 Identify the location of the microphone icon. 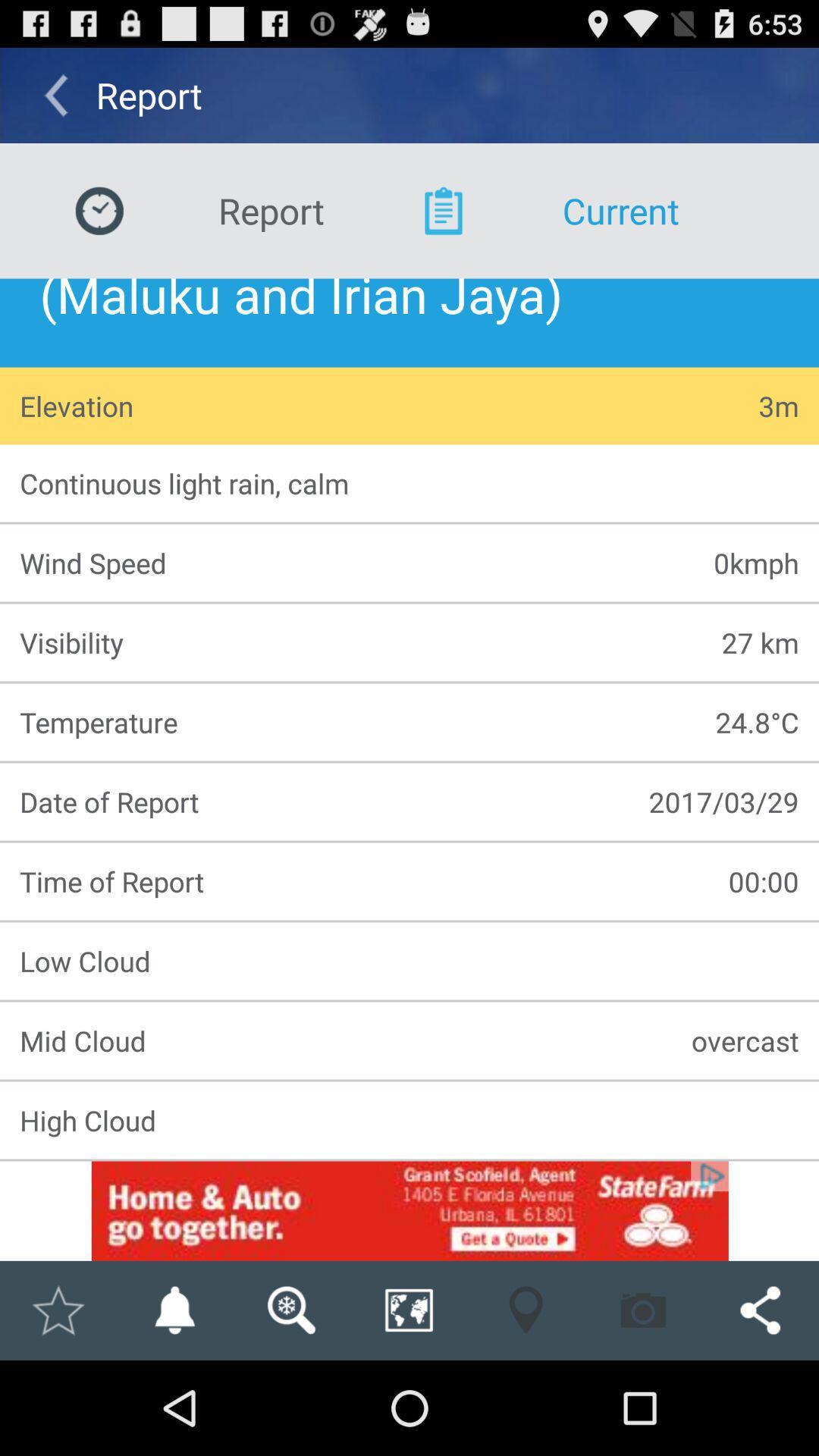
(525, 1401).